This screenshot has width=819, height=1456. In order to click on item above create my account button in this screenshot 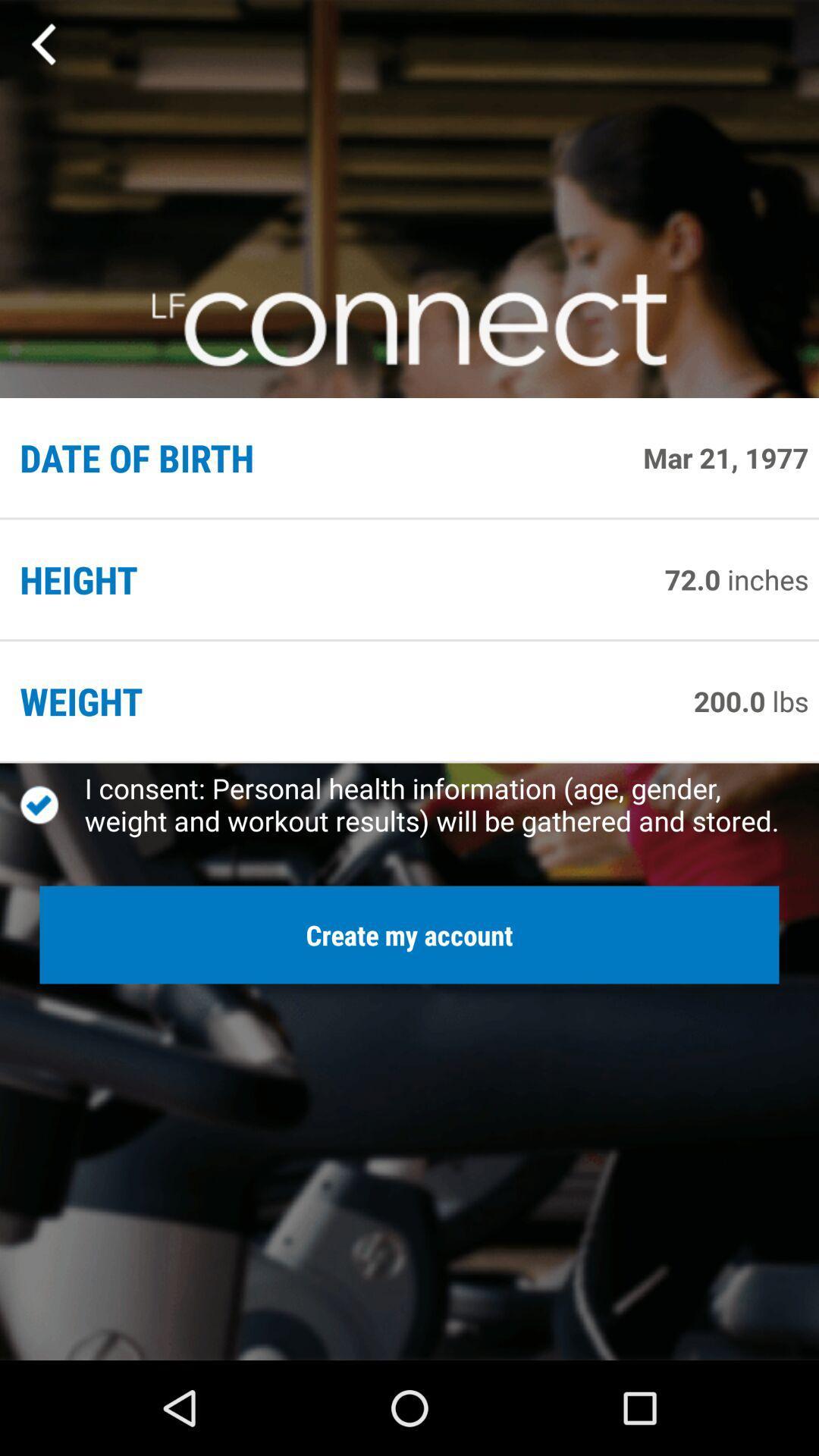, I will do `click(52, 804)`.